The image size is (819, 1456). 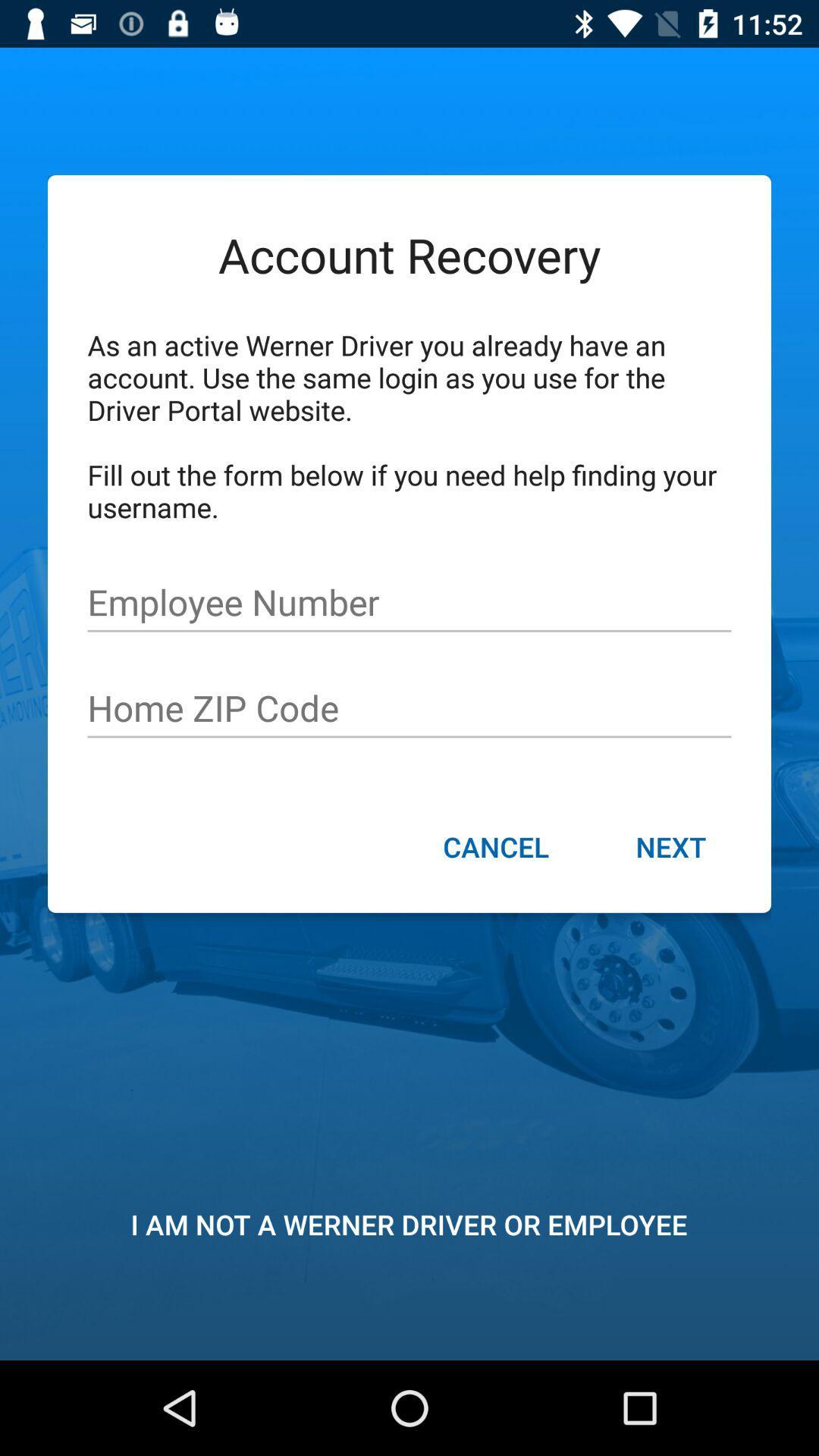 What do you see at coordinates (409, 602) in the screenshot?
I see `item below the as an active` at bounding box center [409, 602].